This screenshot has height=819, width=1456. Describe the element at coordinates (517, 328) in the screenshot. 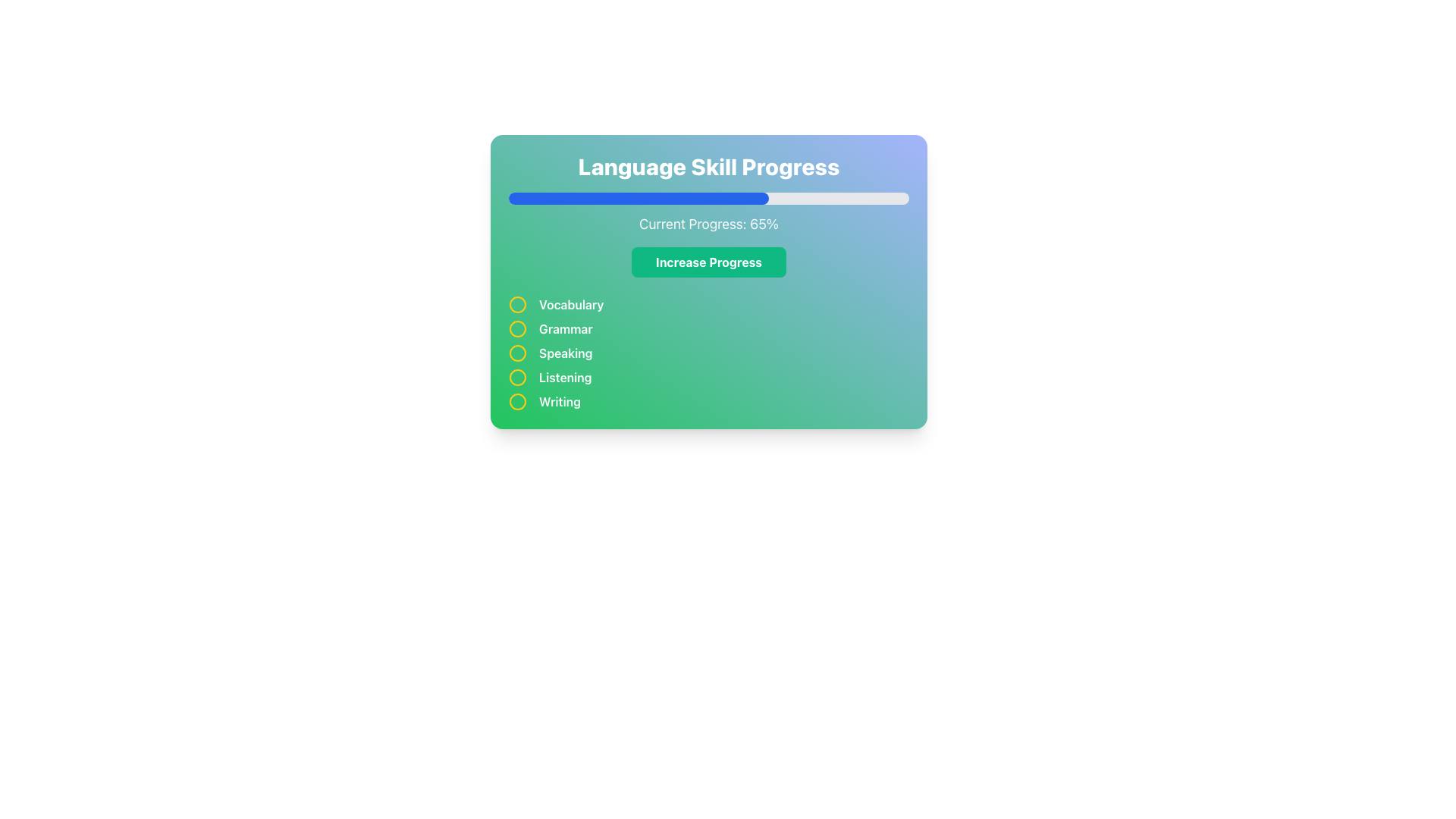

I see `the second circular icon with a yellow outline and transparent fill, located to the left of the 'Grammar' text in the vertically stacked list inside a green and blue gradient card` at that location.